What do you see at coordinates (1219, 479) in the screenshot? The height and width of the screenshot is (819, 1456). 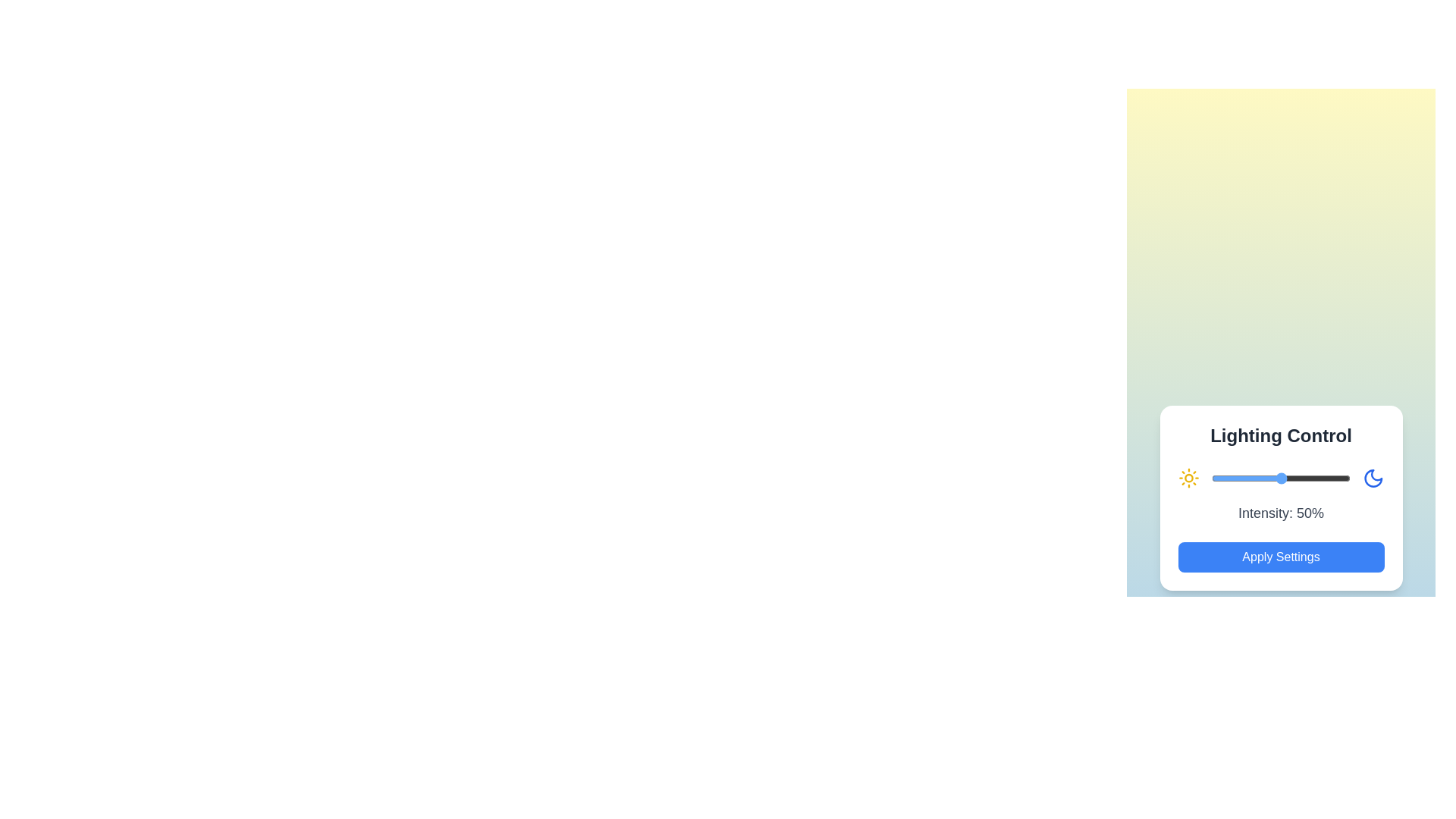 I see `the slider to set the lighting intensity to 5%` at bounding box center [1219, 479].